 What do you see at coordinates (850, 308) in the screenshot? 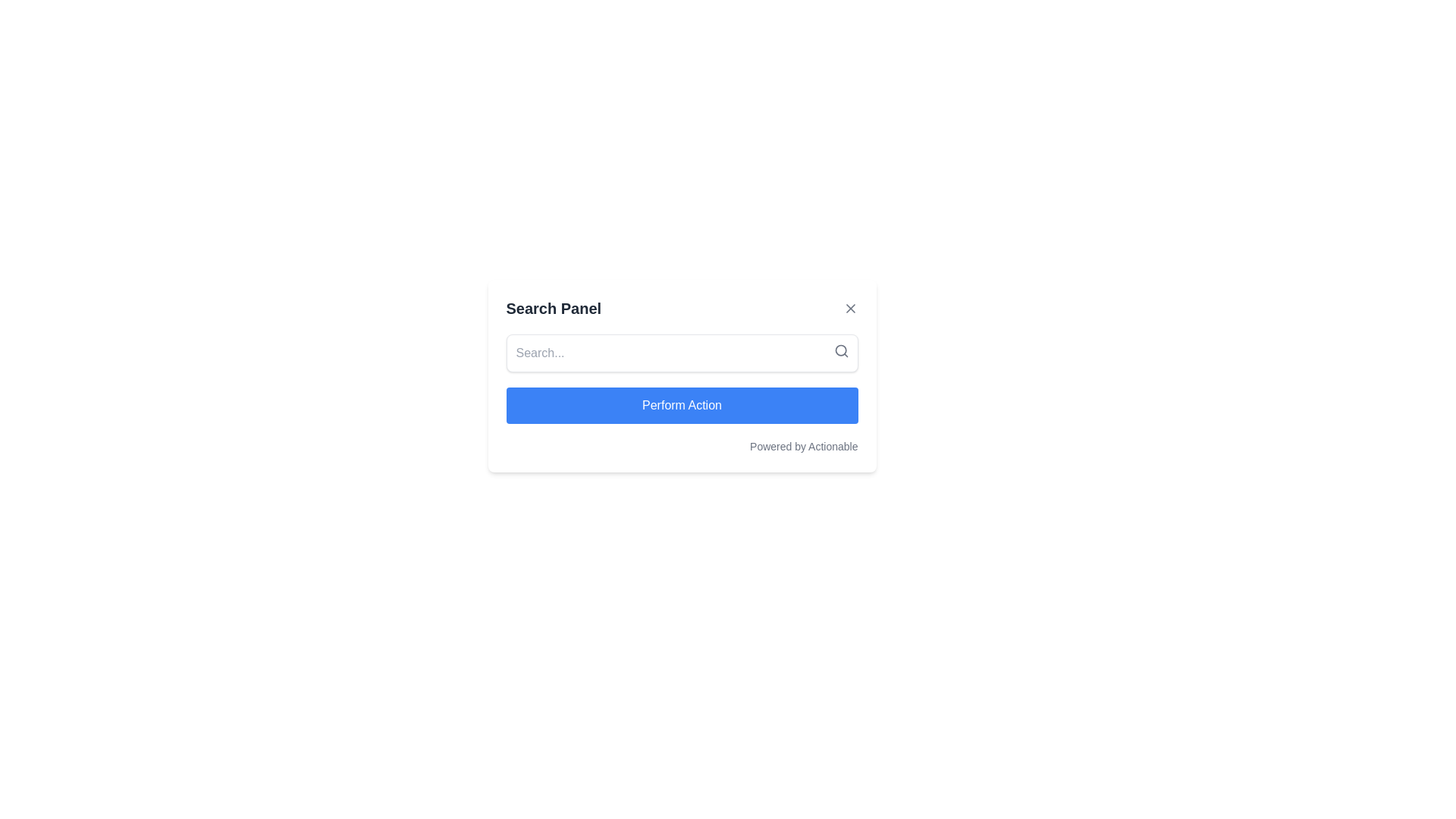
I see `the close icon located in the top-right corner of the 'Search Panel' card` at bounding box center [850, 308].